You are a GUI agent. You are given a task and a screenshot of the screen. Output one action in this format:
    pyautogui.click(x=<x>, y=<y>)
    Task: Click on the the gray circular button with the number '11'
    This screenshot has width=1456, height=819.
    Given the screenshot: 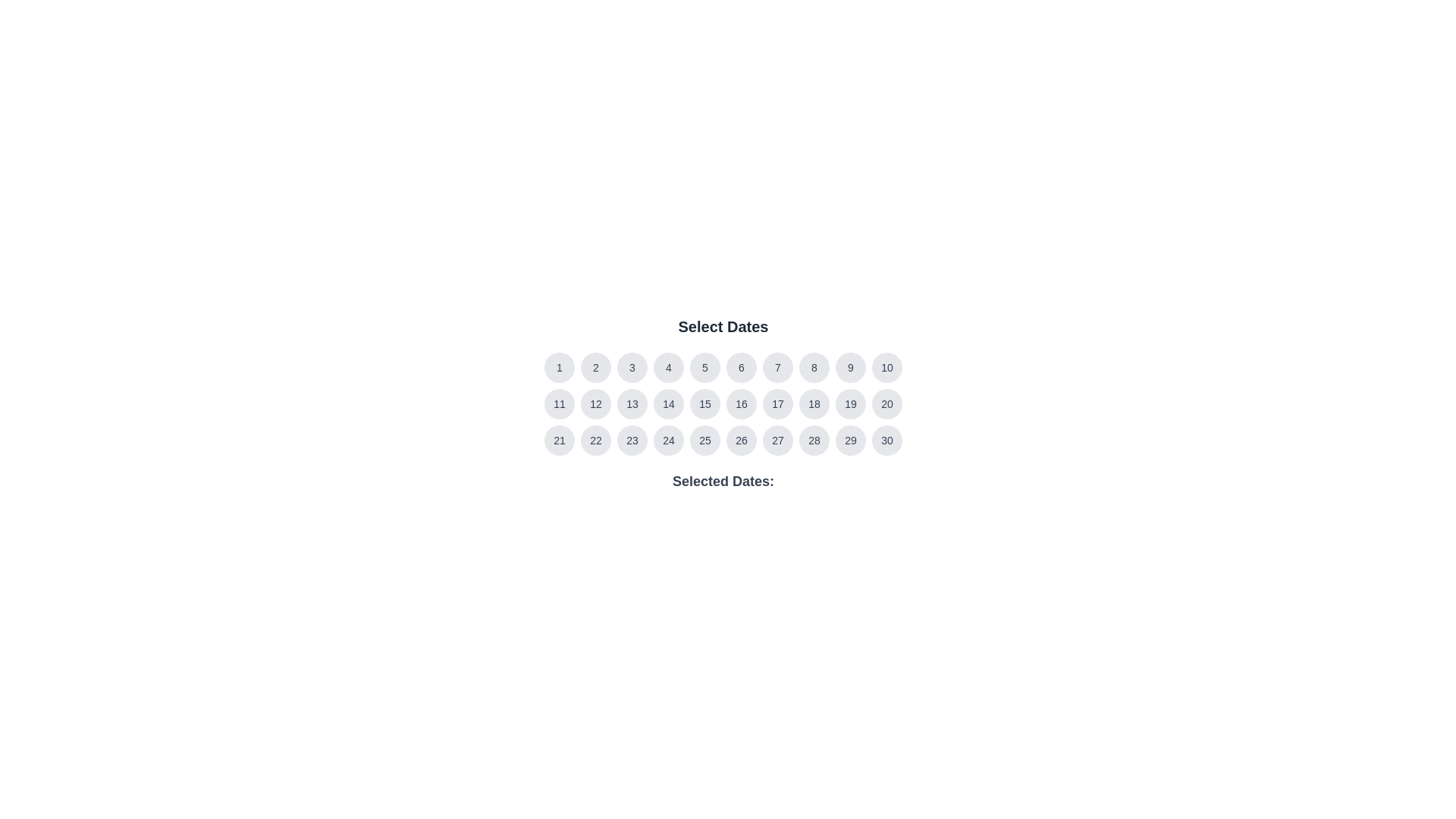 What is the action you would take?
    pyautogui.click(x=559, y=403)
    